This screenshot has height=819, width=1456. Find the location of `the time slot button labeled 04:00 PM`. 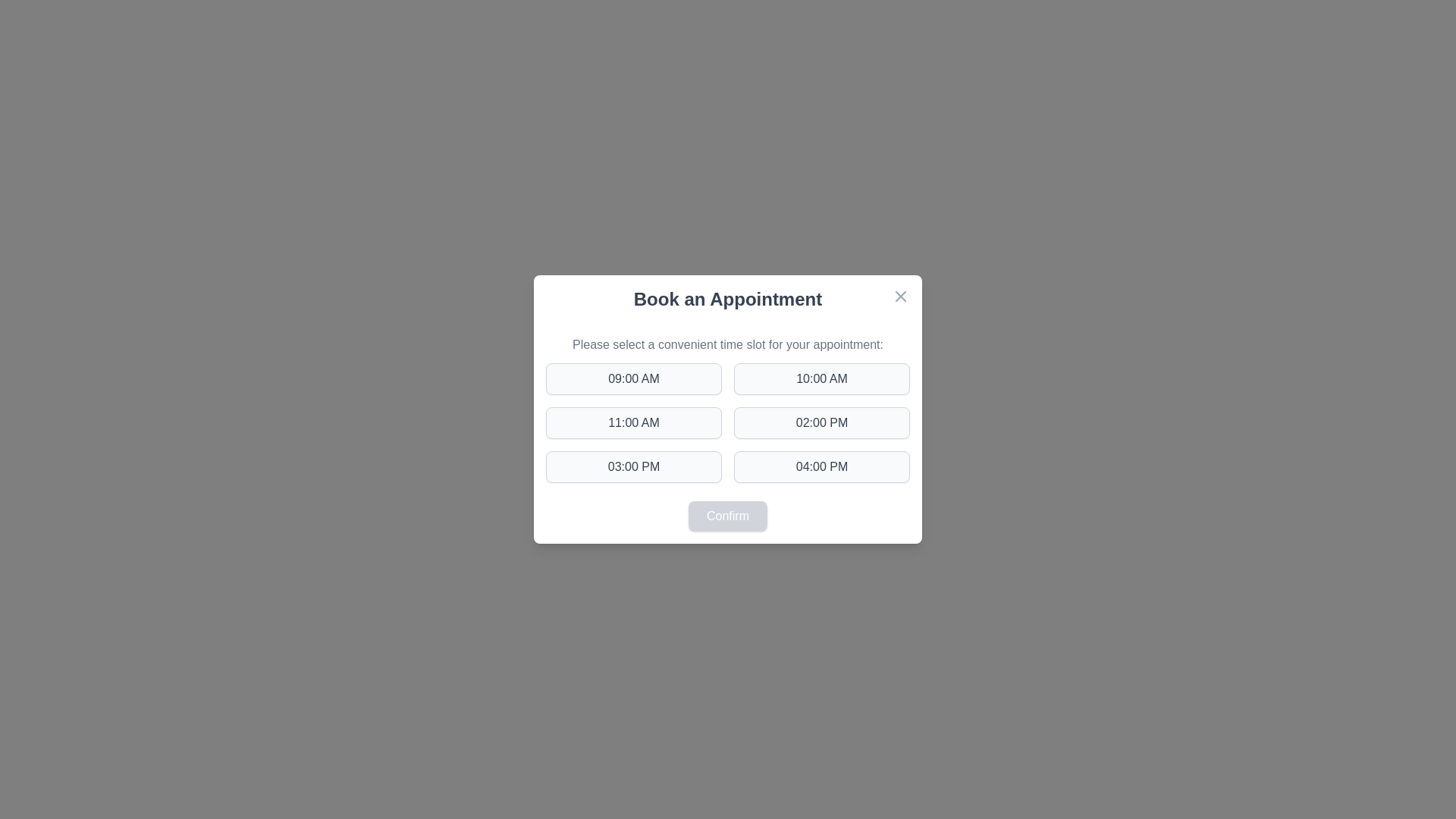

the time slot button labeled 04:00 PM is located at coordinates (821, 466).